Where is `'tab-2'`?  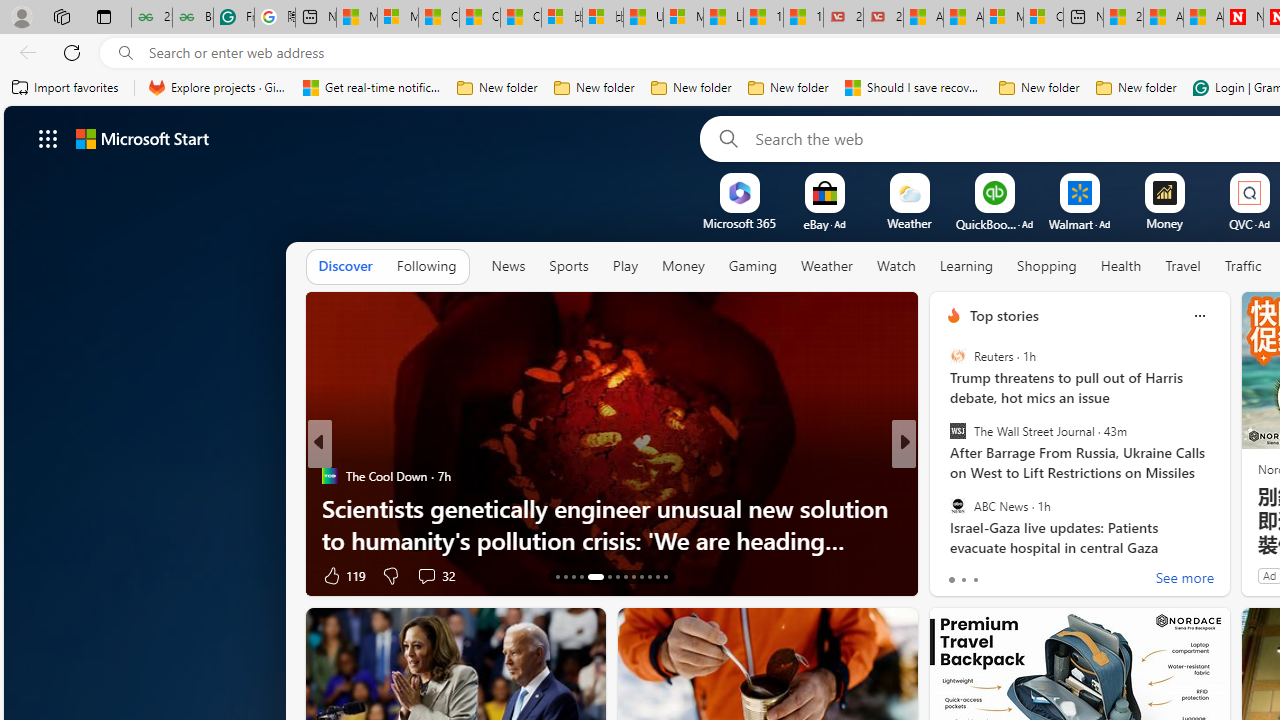
'tab-2' is located at coordinates (975, 579).